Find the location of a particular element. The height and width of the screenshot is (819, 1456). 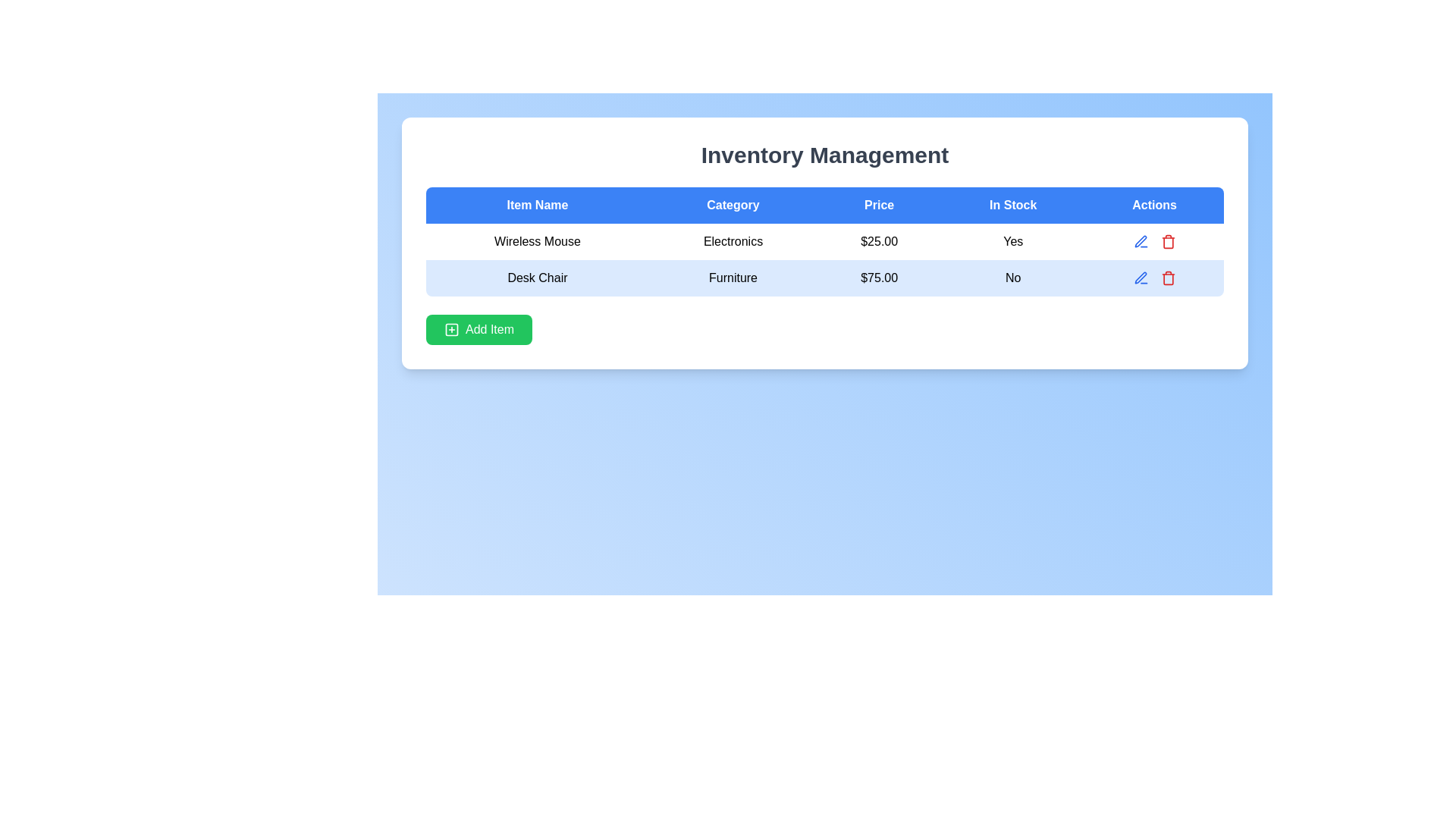

the 'Add New Item' button located at the bottom-left corner of the inventory list is located at coordinates (479, 329).